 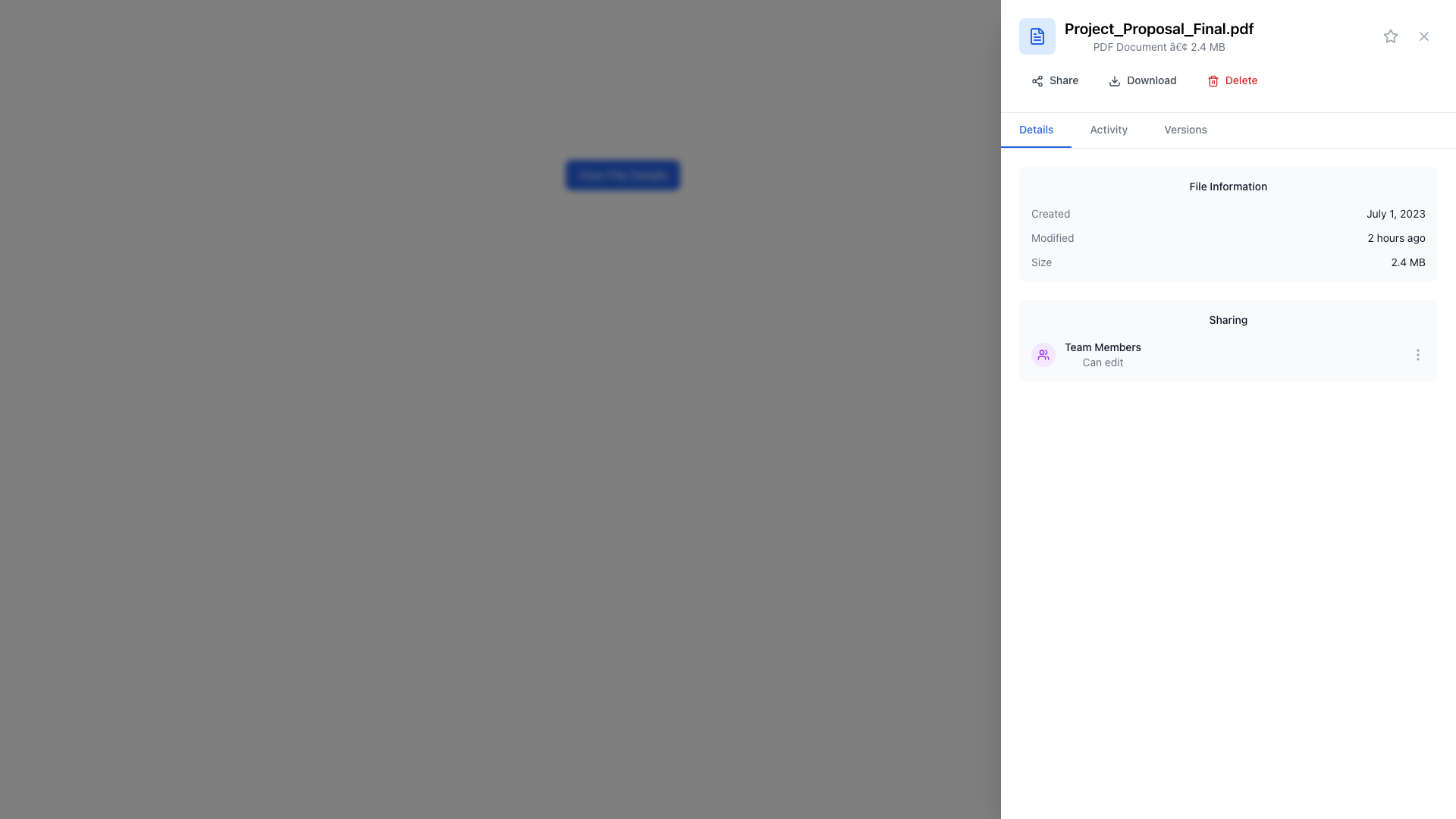 What do you see at coordinates (1423, 35) in the screenshot?
I see `the minimalistic 'X' mark graphic located in the top right corner of the sidebar, which is part of the close button functionality` at bounding box center [1423, 35].